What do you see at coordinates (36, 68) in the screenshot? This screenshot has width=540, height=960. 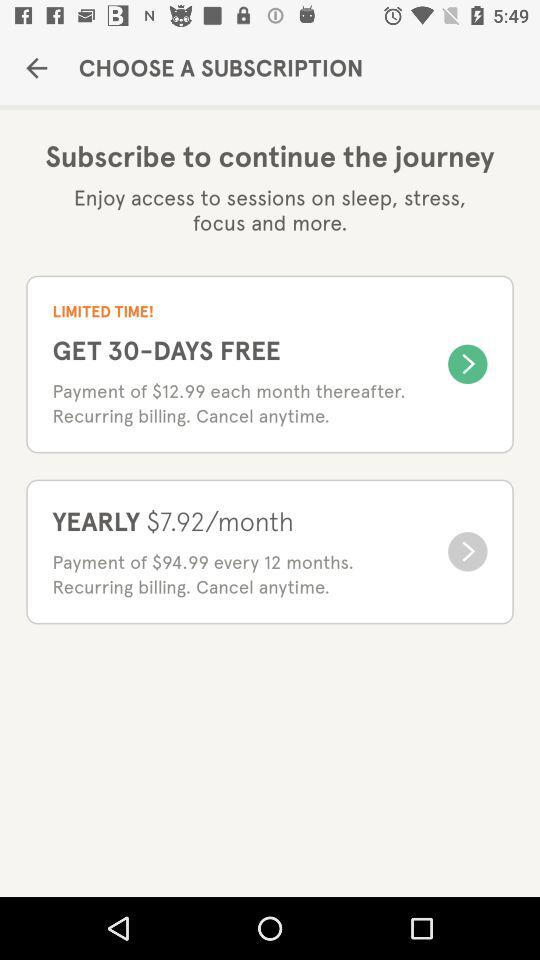 I see `the icon to the left of the choose a subscription` at bounding box center [36, 68].